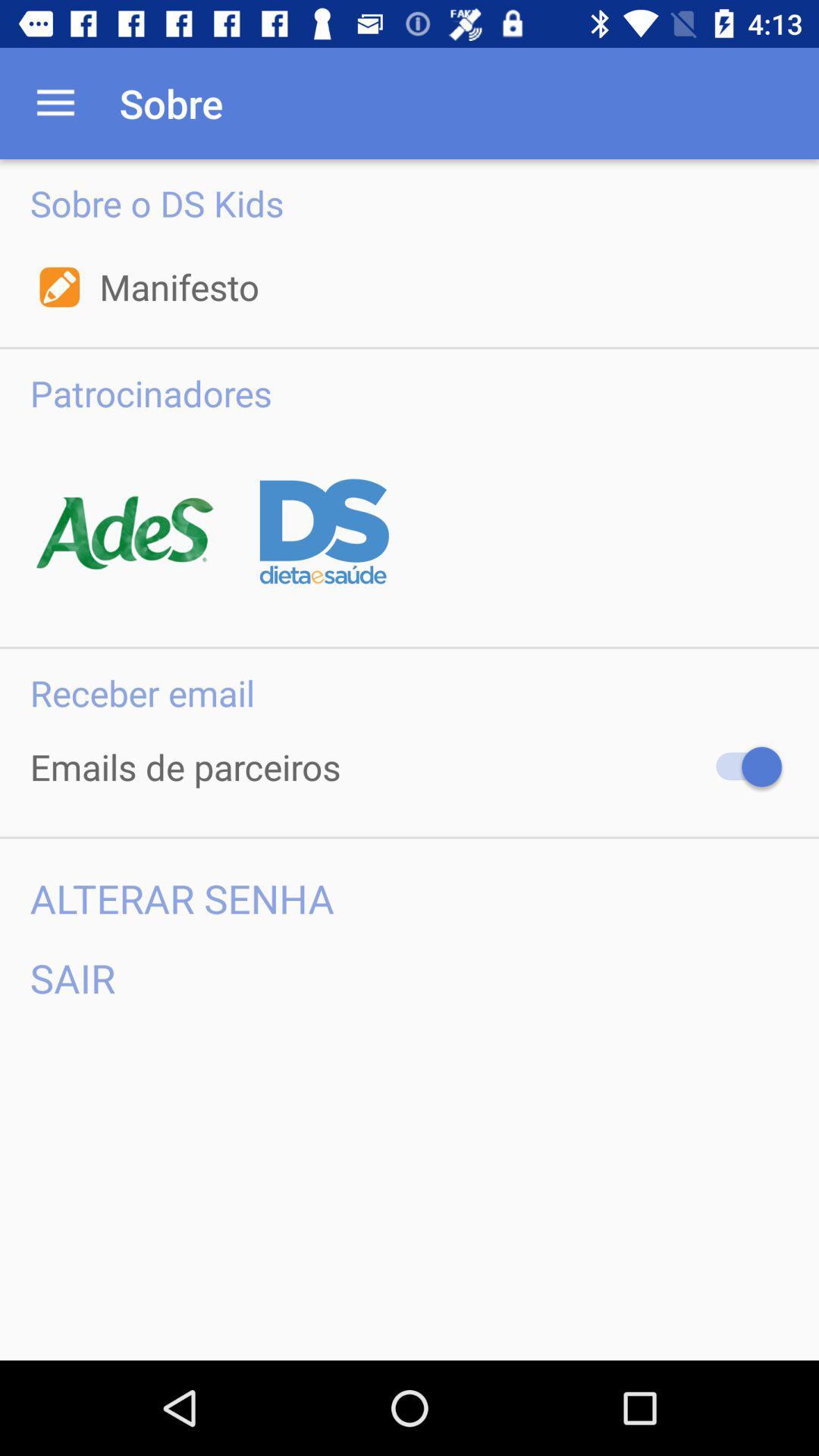  I want to click on email preferences, so click(741, 767).